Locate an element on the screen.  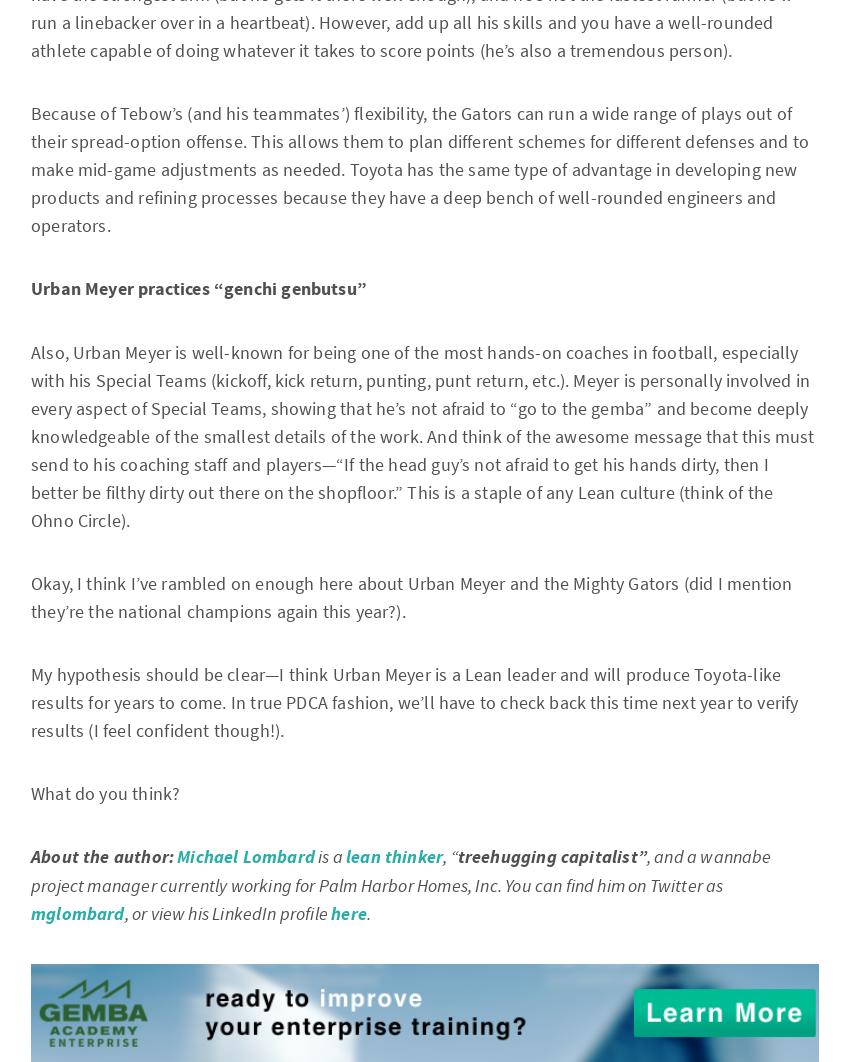
'is a' is located at coordinates (329, 856).